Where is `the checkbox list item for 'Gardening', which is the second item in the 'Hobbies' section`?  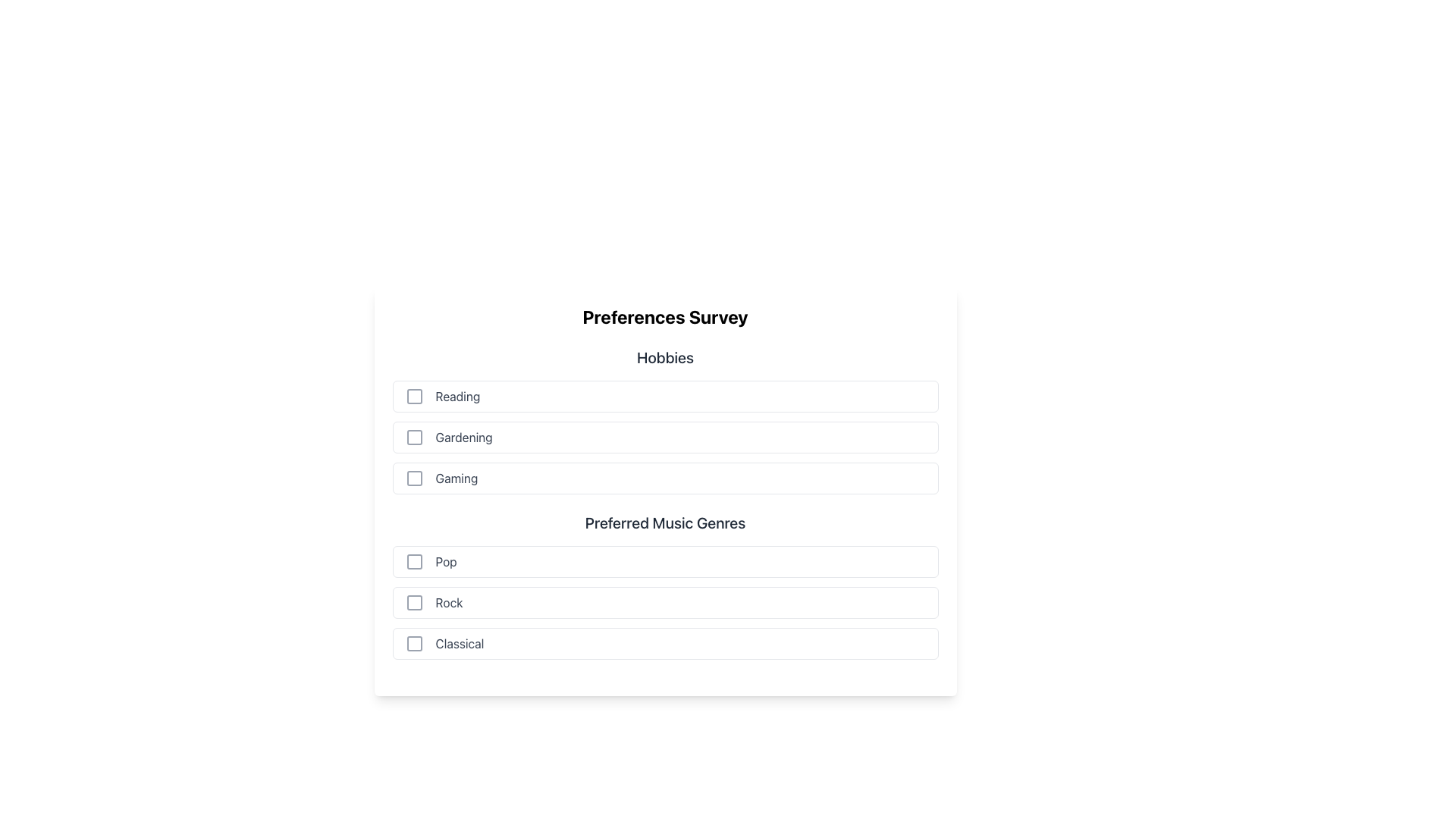
the checkbox list item for 'Gardening', which is the second item in the 'Hobbies' section is located at coordinates (665, 438).